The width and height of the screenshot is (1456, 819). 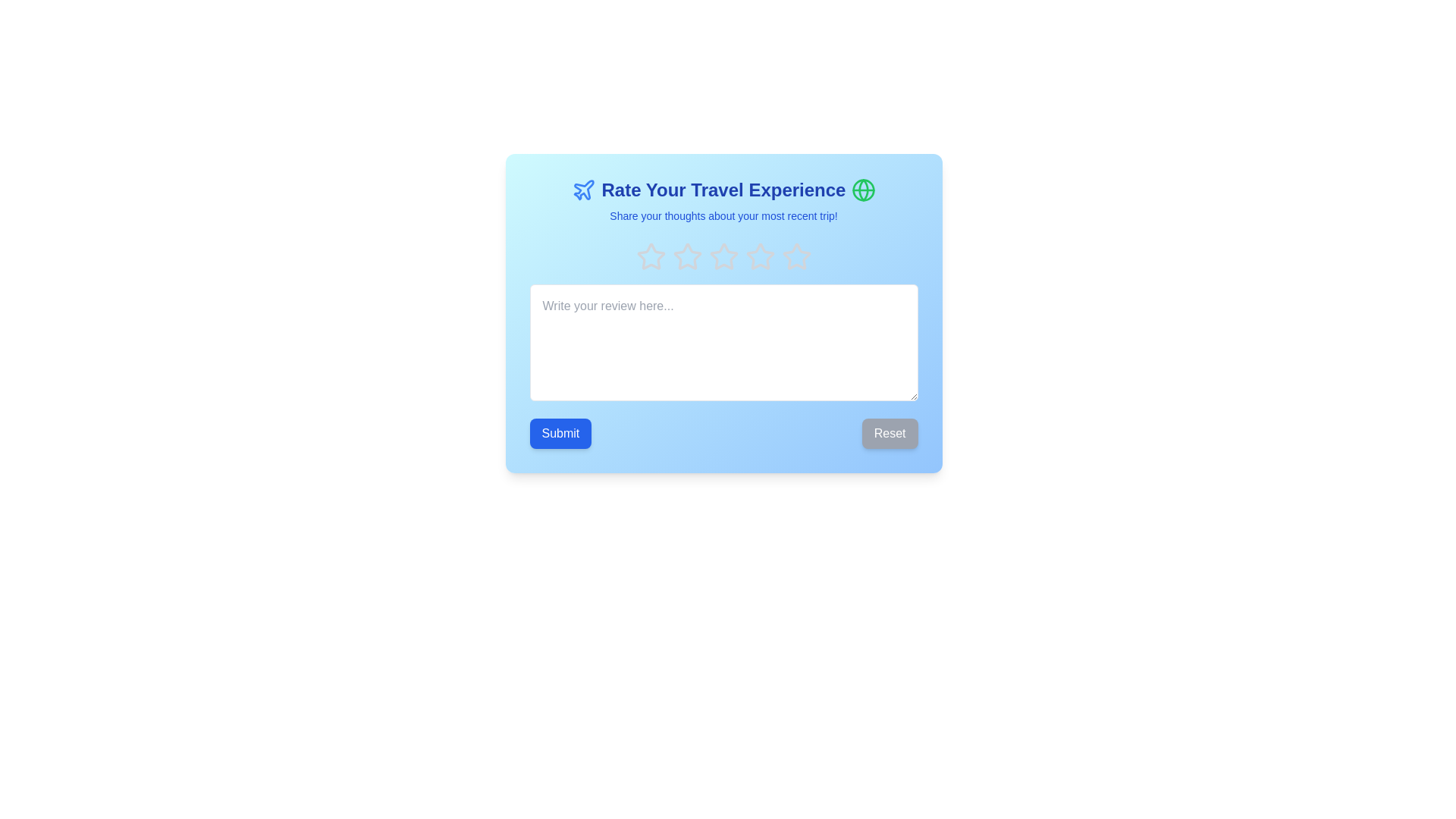 What do you see at coordinates (864, 189) in the screenshot?
I see `the circular center of the globe icon located on the right side of the 'Rate Your Travel Experience' title area` at bounding box center [864, 189].